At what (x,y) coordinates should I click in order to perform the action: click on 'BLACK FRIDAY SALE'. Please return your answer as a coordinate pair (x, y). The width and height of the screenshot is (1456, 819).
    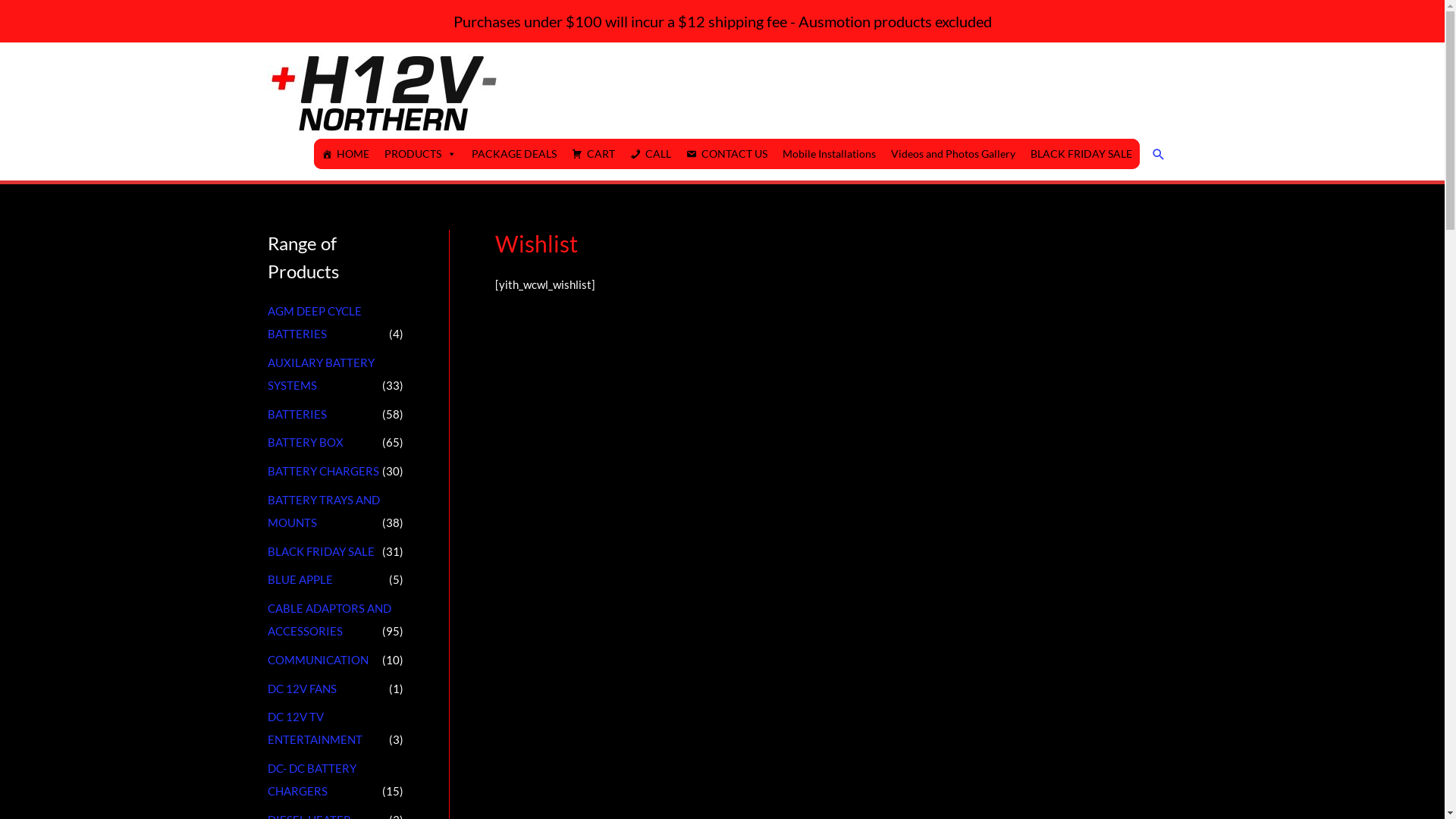
    Looking at the image, I should click on (319, 551).